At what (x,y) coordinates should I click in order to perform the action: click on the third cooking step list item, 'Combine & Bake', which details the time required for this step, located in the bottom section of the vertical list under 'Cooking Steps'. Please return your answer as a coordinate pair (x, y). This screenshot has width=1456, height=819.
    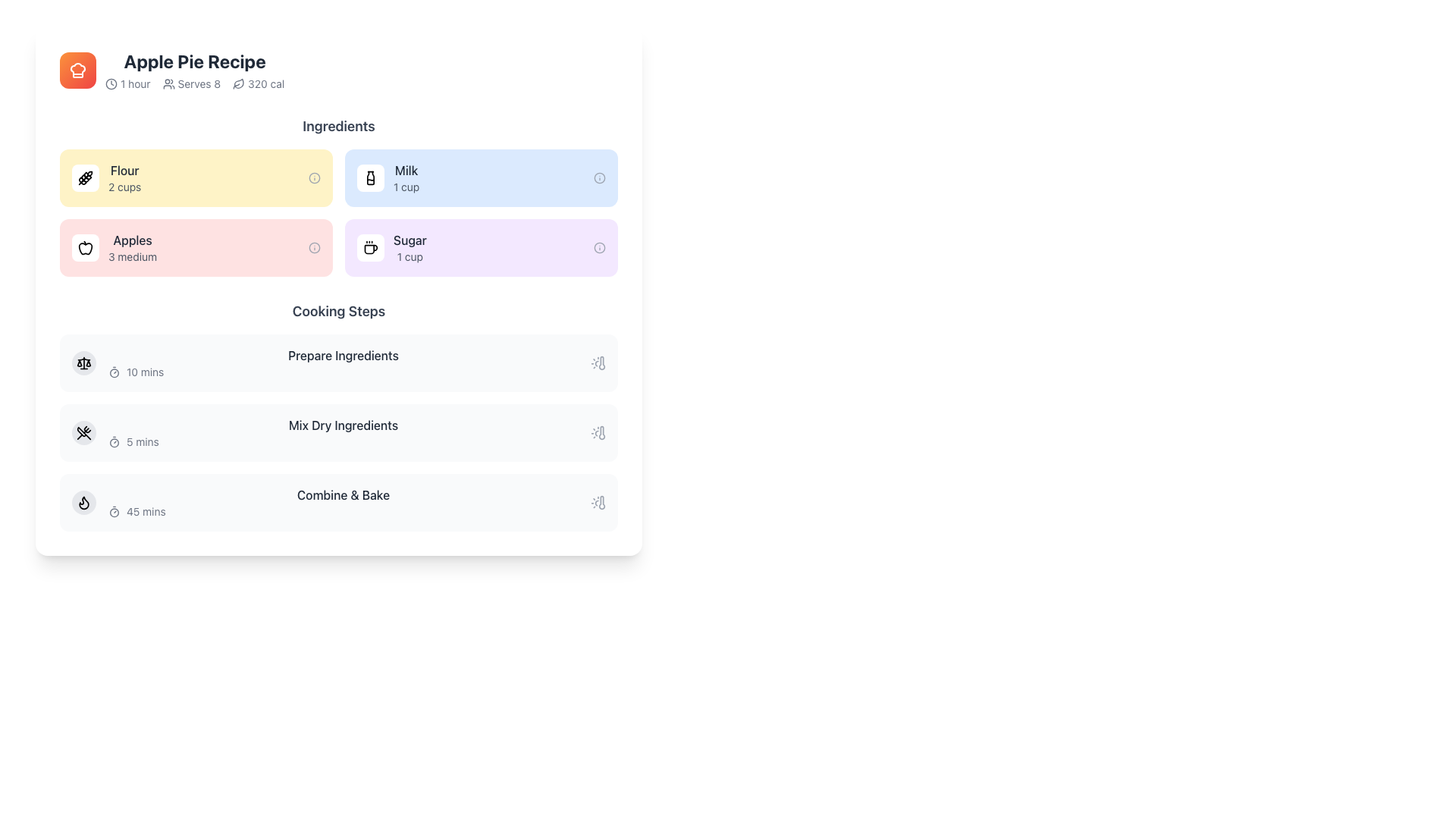
    Looking at the image, I should click on (337, 503).